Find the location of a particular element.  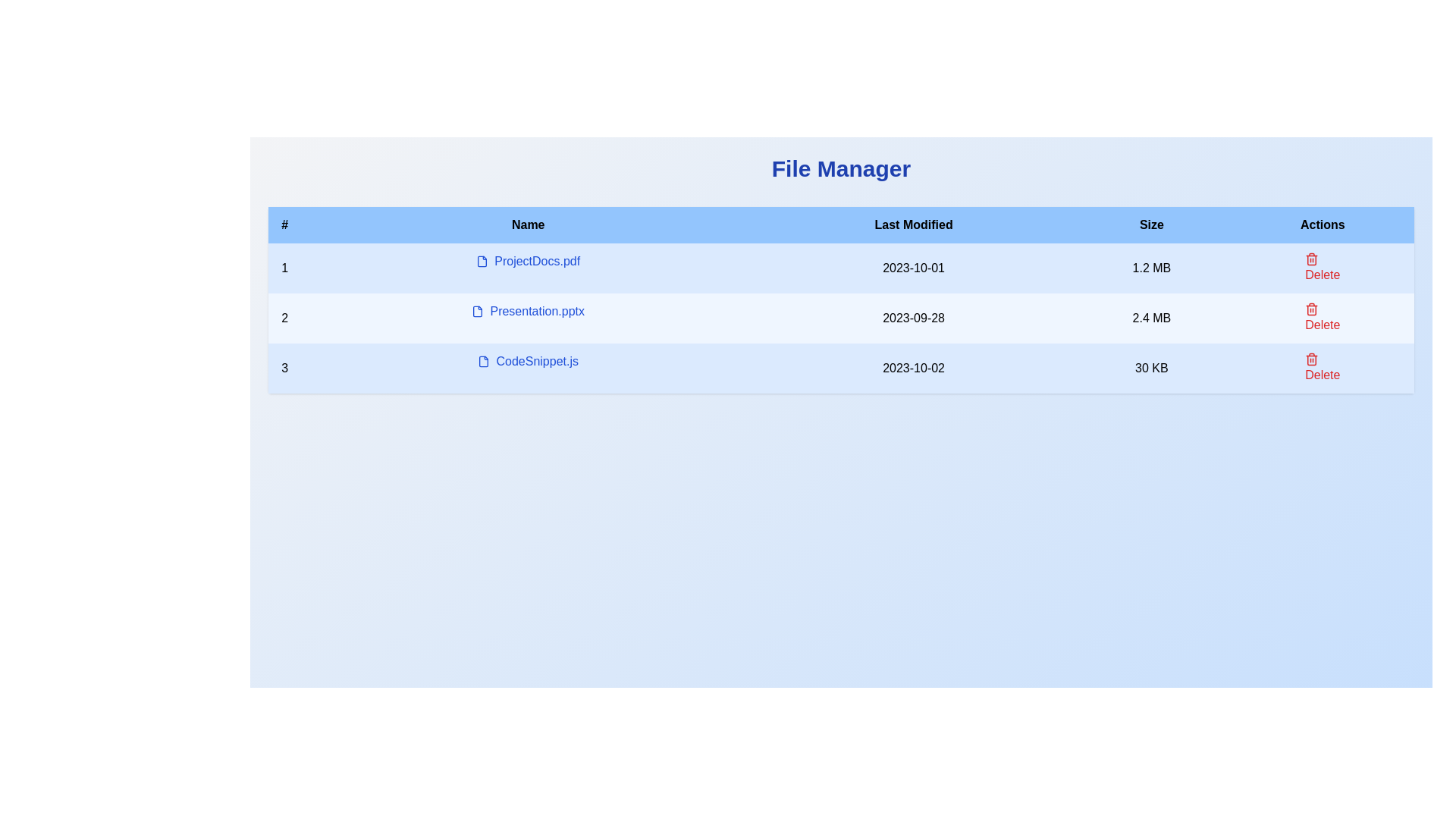

on the row displaying the file information for 'CodeSnippet.js' in the file manager interface is located at coordinates (840, 369).